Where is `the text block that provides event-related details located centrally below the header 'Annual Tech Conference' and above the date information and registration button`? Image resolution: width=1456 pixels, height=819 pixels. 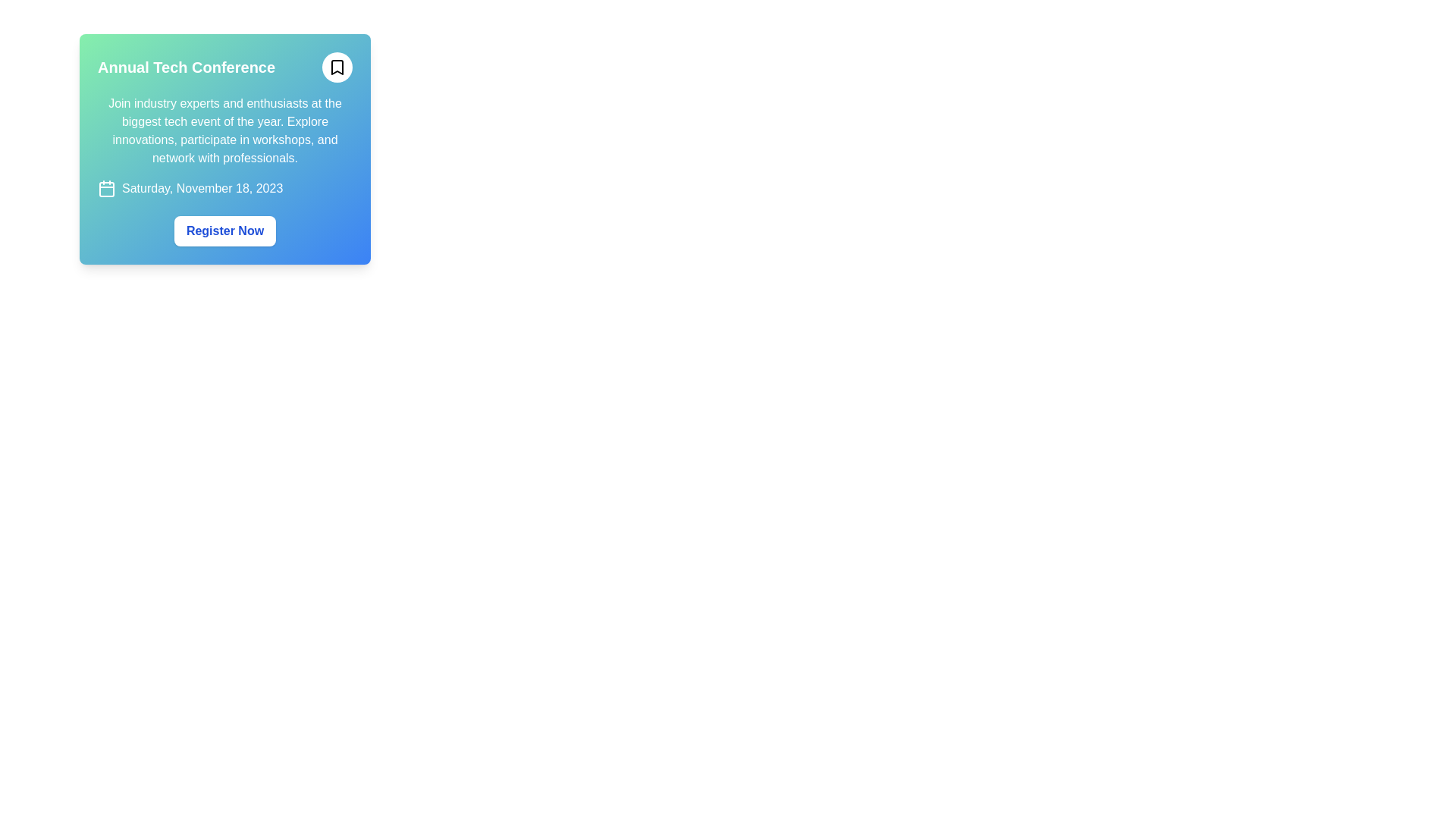
the text block that provides event-related details located centrally below the header 'Annual Tech Conference' and above the date information and registration button is located at coordinates (224, 130).